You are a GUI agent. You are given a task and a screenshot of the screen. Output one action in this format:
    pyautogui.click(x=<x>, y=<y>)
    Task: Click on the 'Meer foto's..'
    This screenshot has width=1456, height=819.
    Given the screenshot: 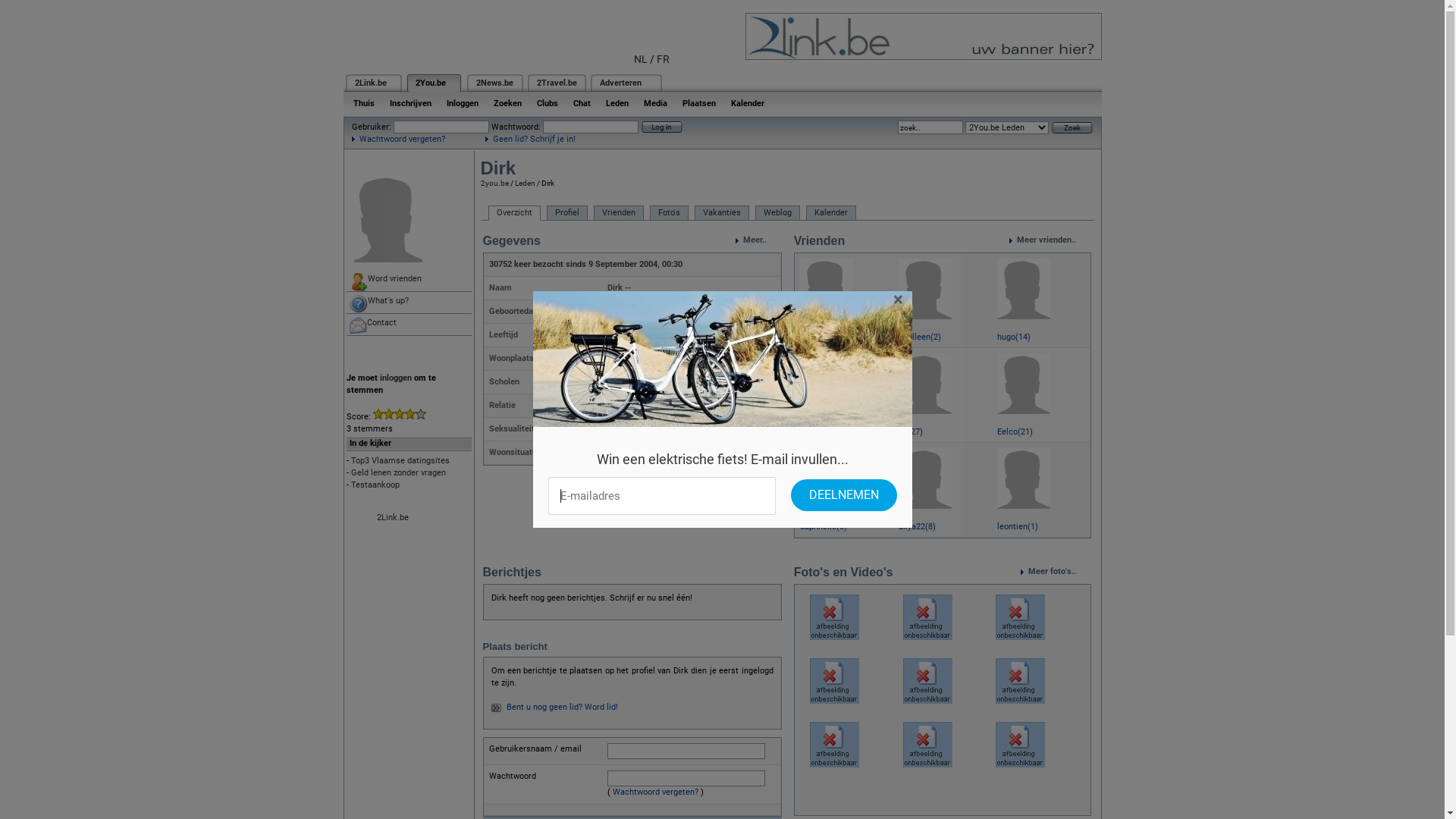 What is the action you would take?
    pyautogui.click(x=1055, y=571)
    